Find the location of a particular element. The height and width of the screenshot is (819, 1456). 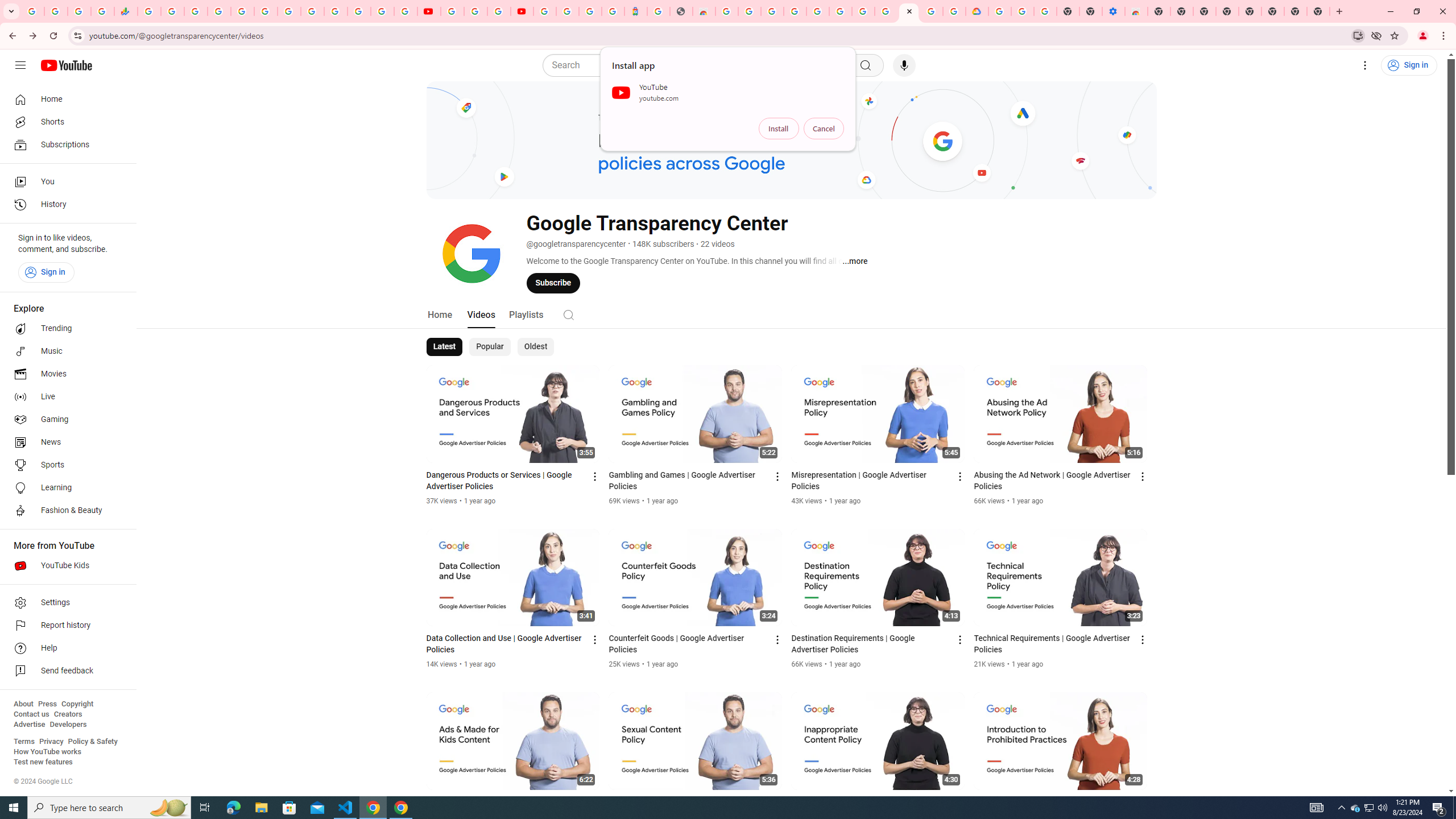

'YouTube Home' is located at coordinates (65, 65).